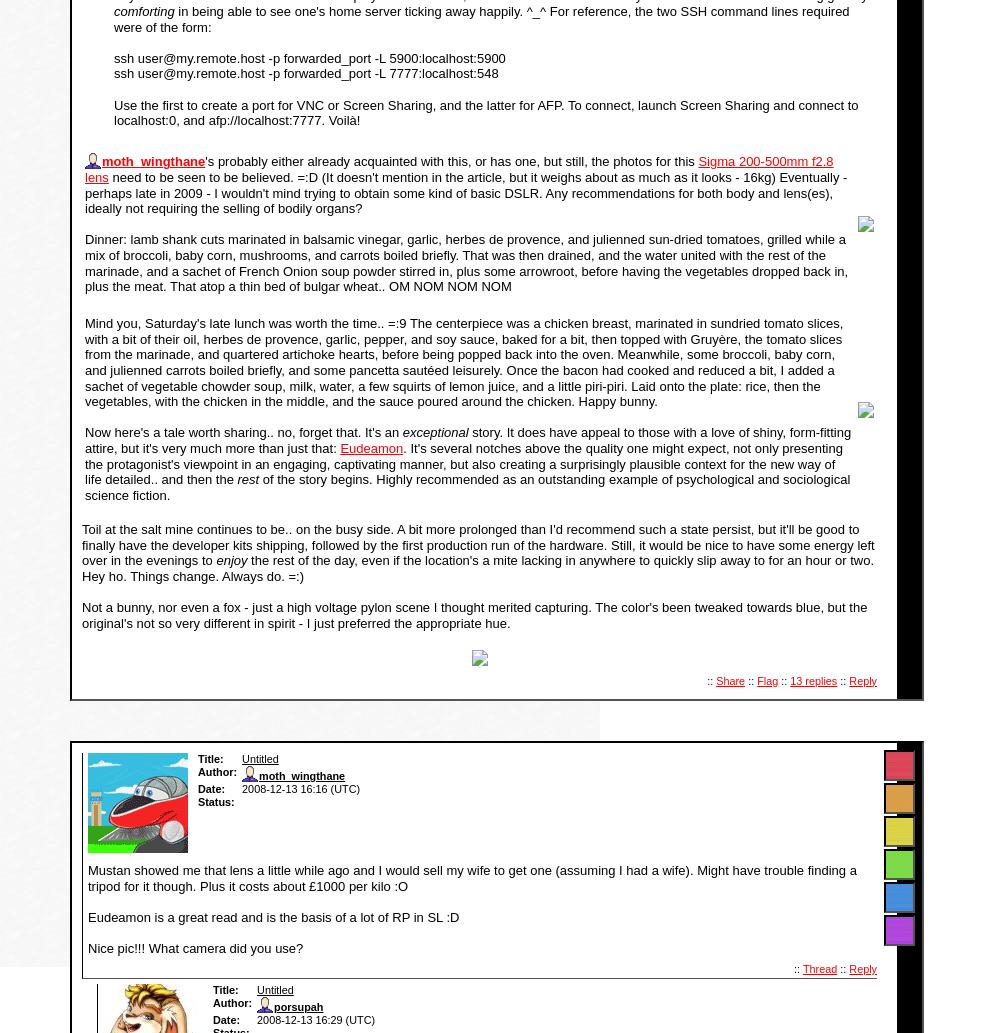  I want to click on '2008-12-13 16:29 (UTC)', so click(315, 1017).